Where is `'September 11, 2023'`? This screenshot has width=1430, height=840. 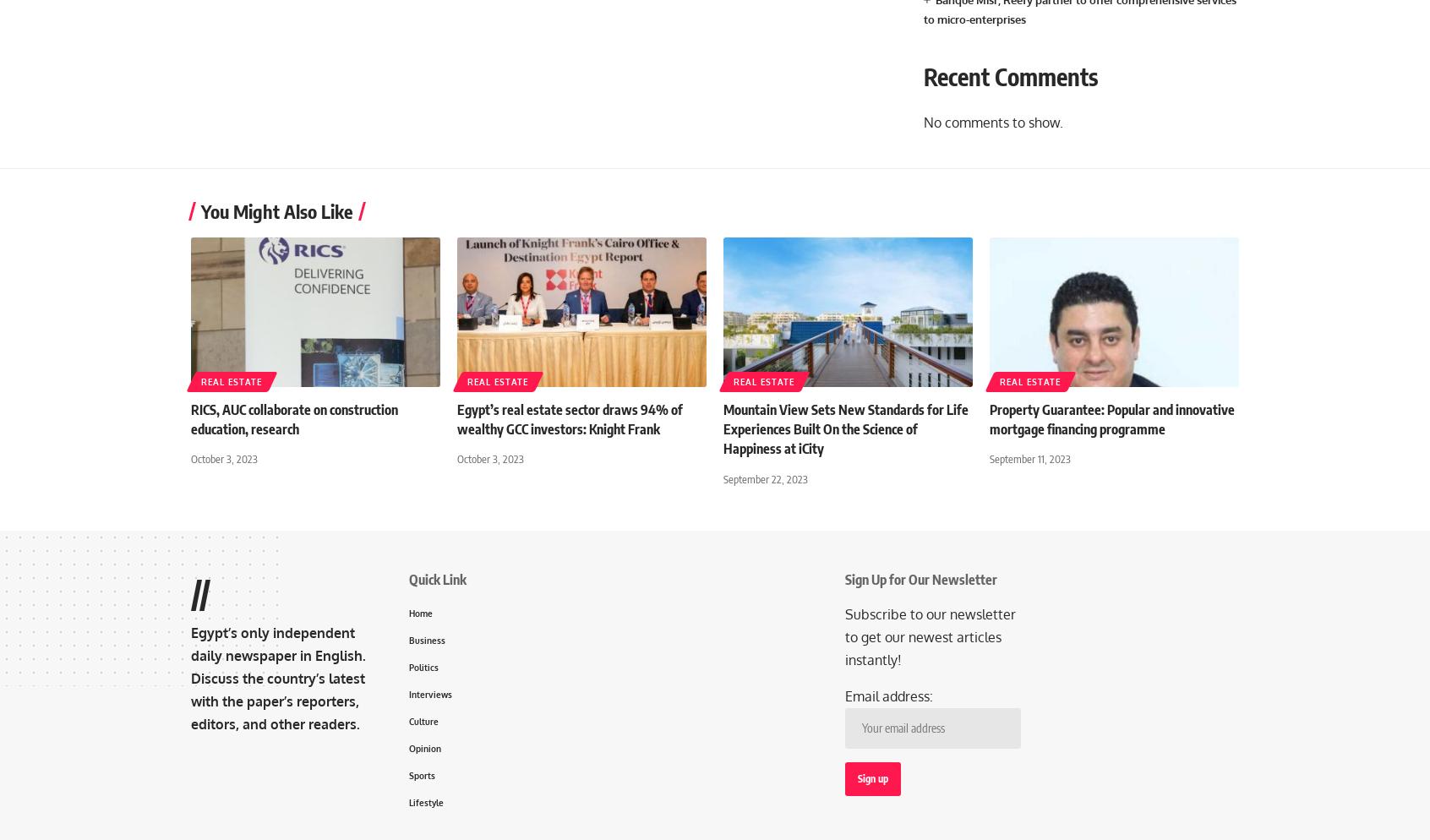 'September 11, 2023' is located at coordinates (989, 458).